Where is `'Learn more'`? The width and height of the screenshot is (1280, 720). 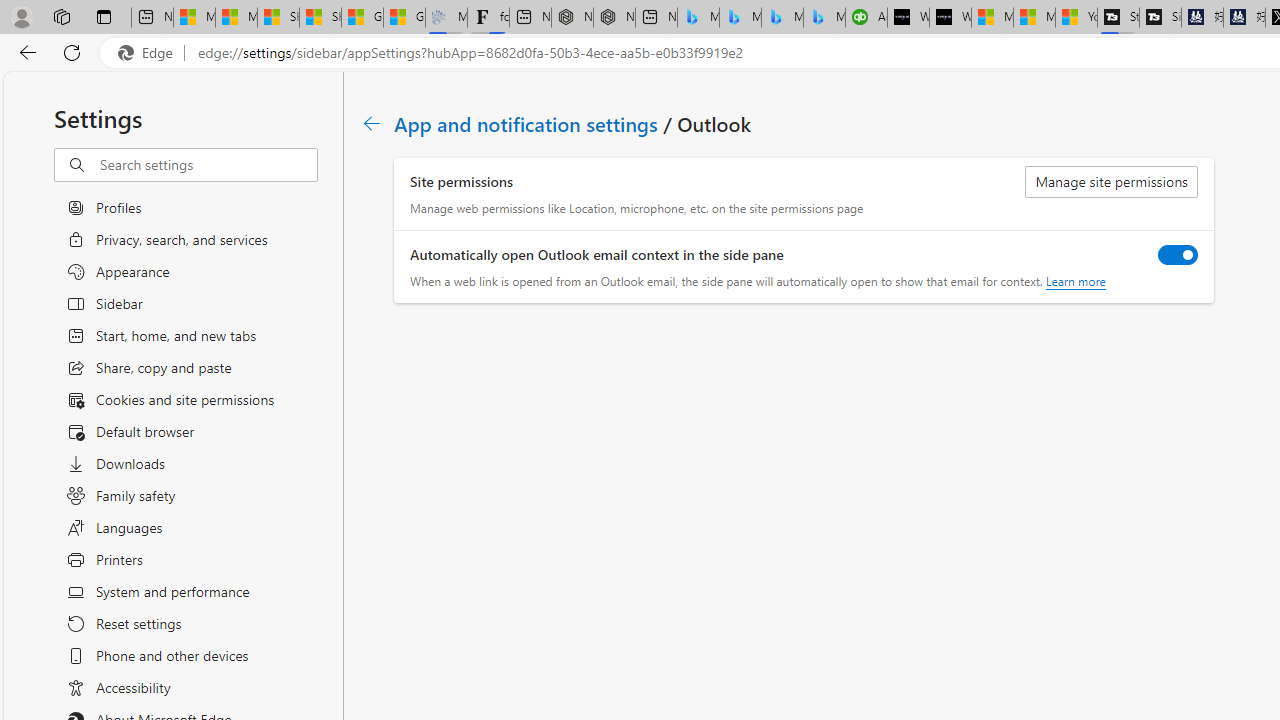 'Learn more' is located at coordinates (1074, 281).